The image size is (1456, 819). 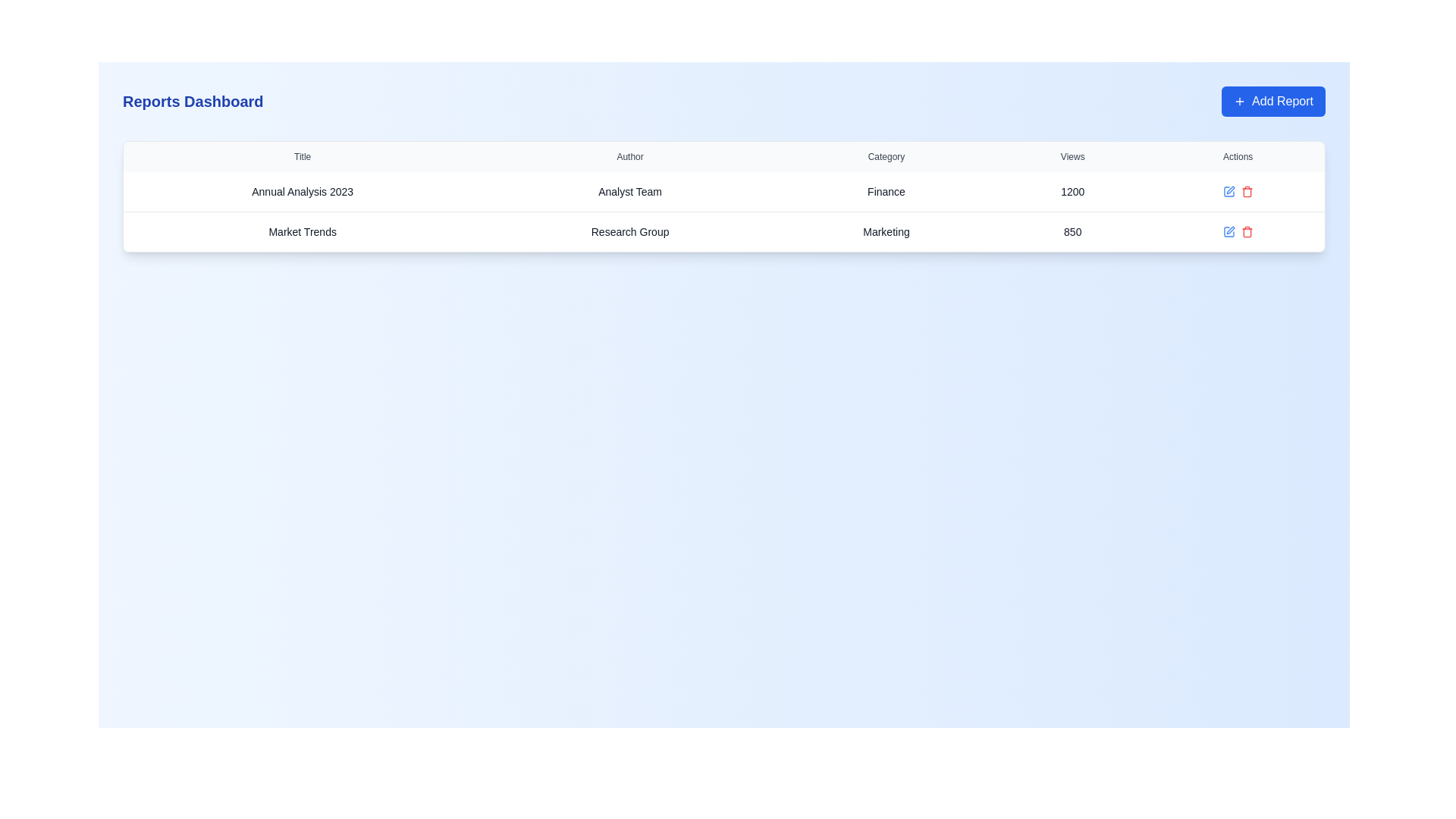 I want to click on the text label displaying '850' in the 'Views' column of the table, located in the second row under 'Market Trends', so click(x=1072, y=231).